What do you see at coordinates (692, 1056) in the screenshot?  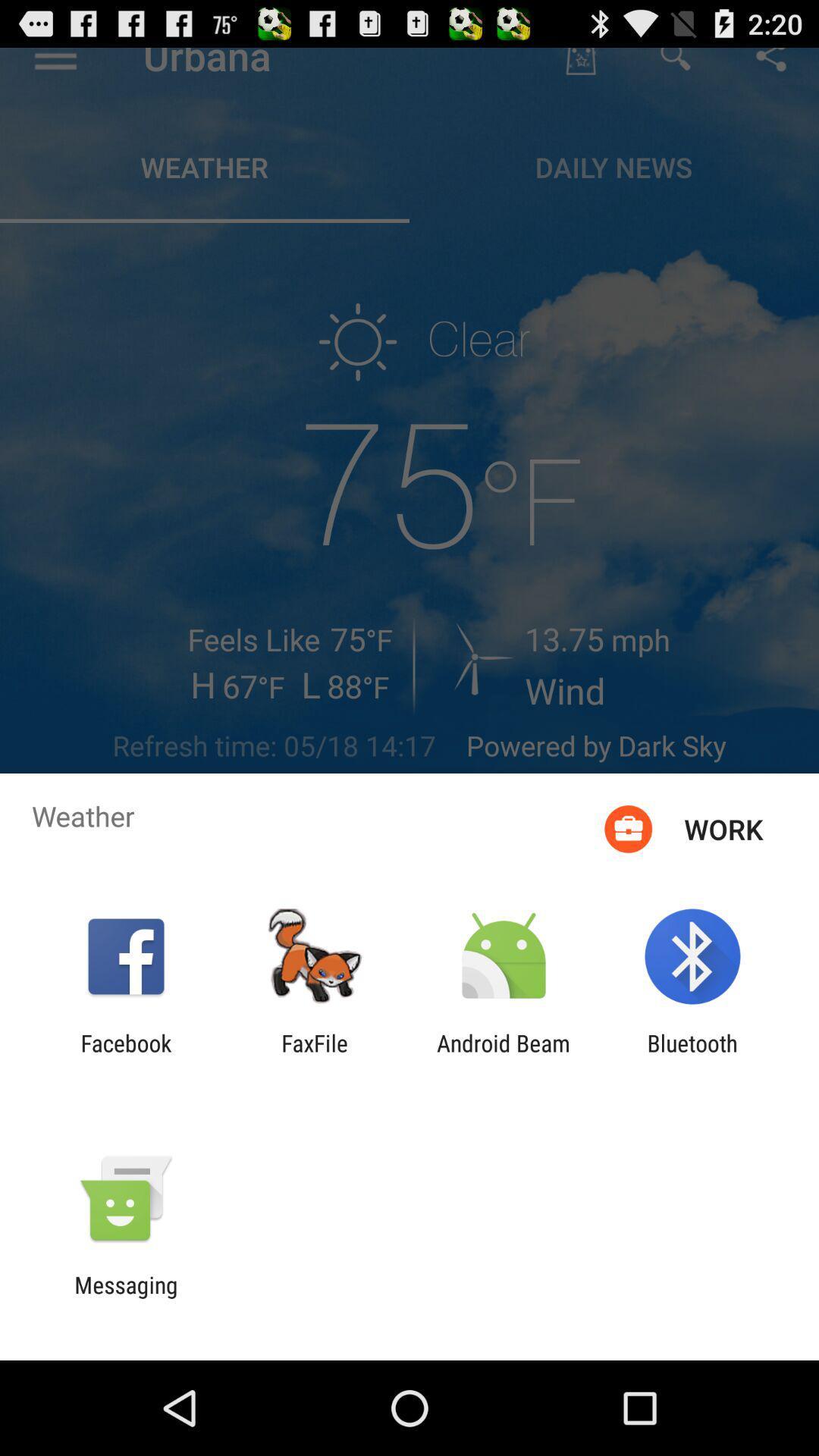 I see `the bluetooth` at bounding box center [692, 1056].